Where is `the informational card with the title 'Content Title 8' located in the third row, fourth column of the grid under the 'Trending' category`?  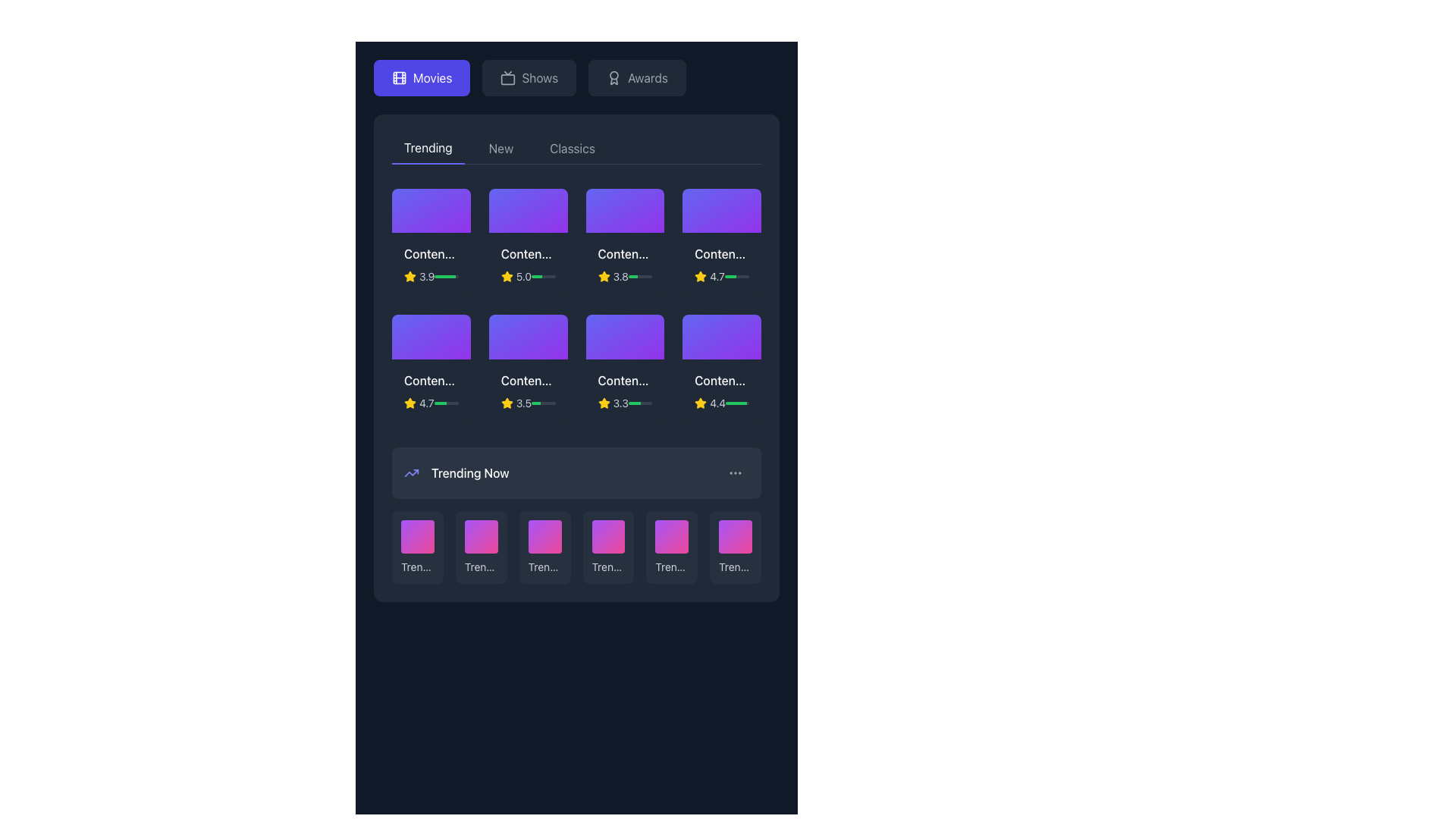
the informational card with the title 'Content Title 8' located in the third row, fourth column of the grid under the 'Trending' category is located at coordinates (721, 390).